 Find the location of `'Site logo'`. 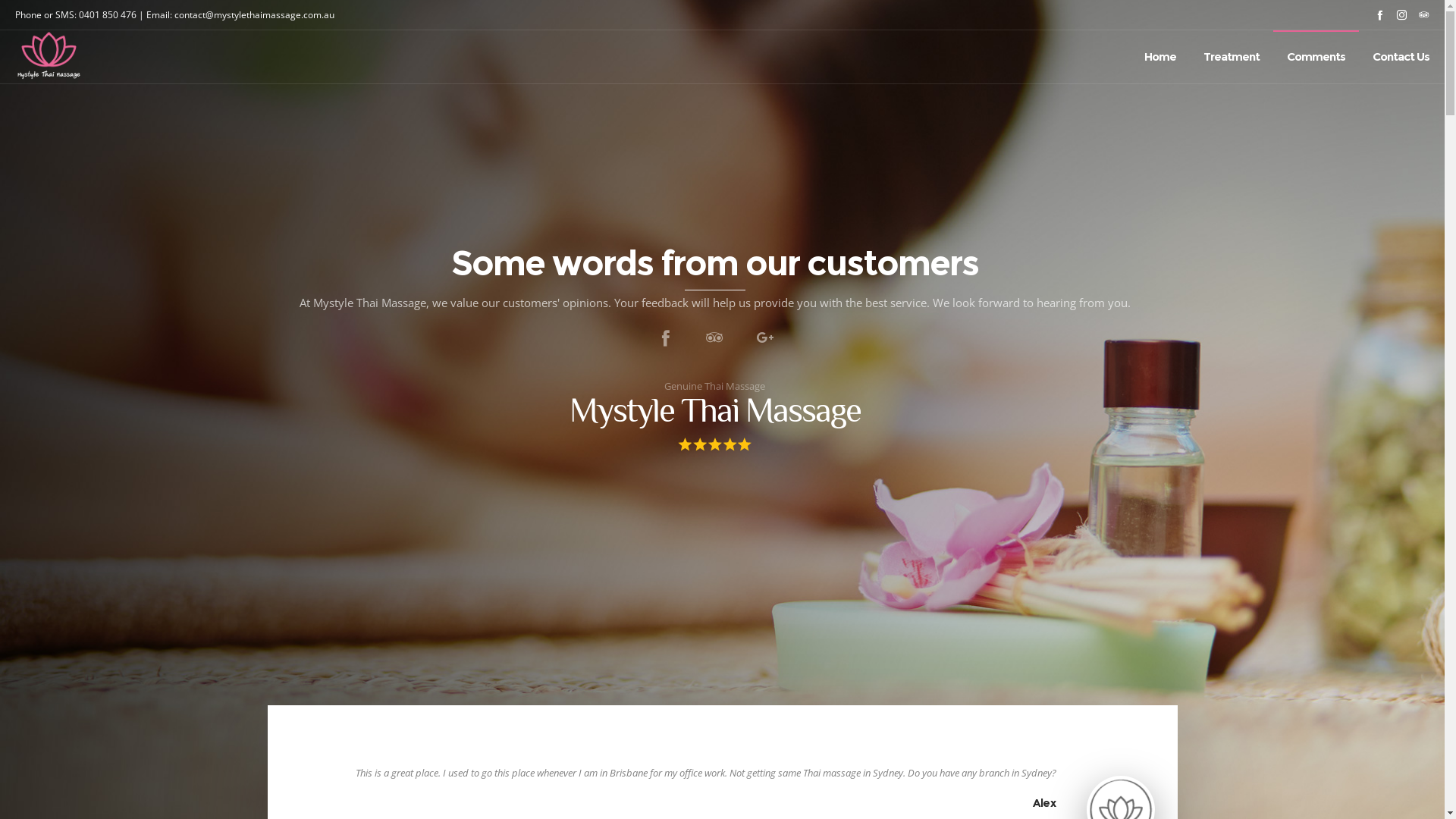

'Site logo' is located at coordinates (14, 55).